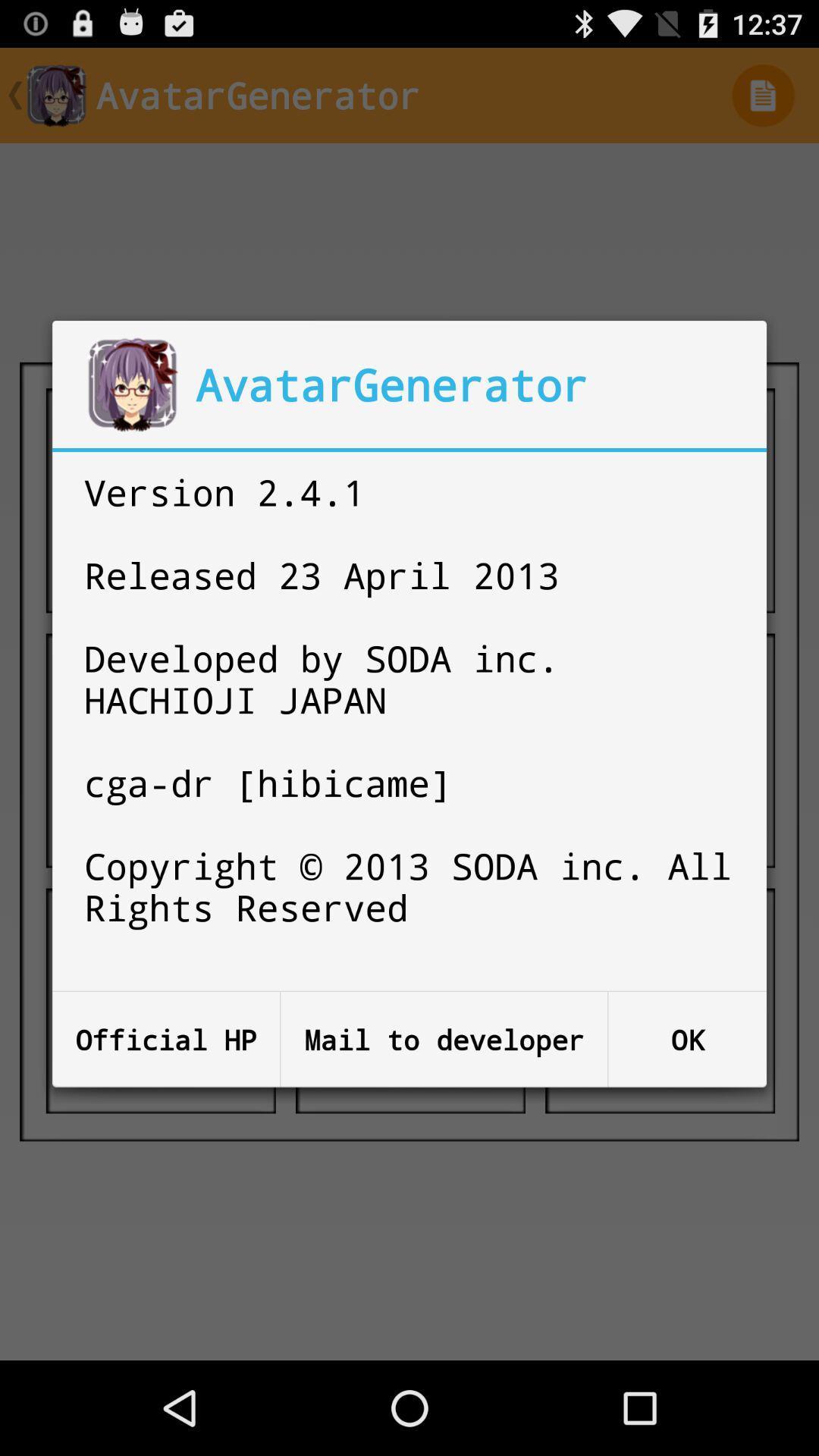 The height and width of the screenshot is (1456, 819). What do you see at coordinates (687, 1039) in the screenshot?
I see `button to the right of mail to developer` at bounding box center [687, 1039].